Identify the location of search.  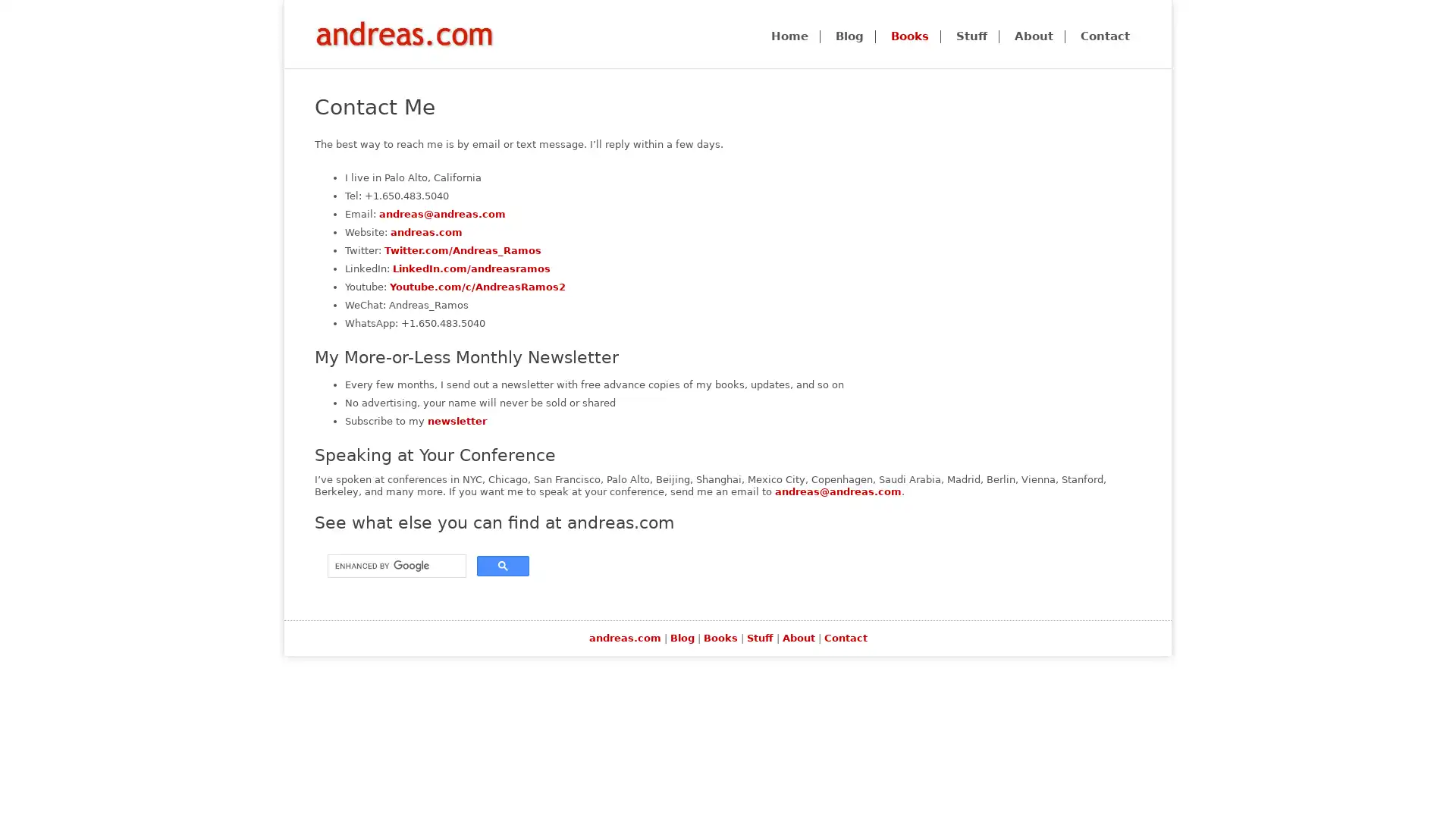
(503, 565).